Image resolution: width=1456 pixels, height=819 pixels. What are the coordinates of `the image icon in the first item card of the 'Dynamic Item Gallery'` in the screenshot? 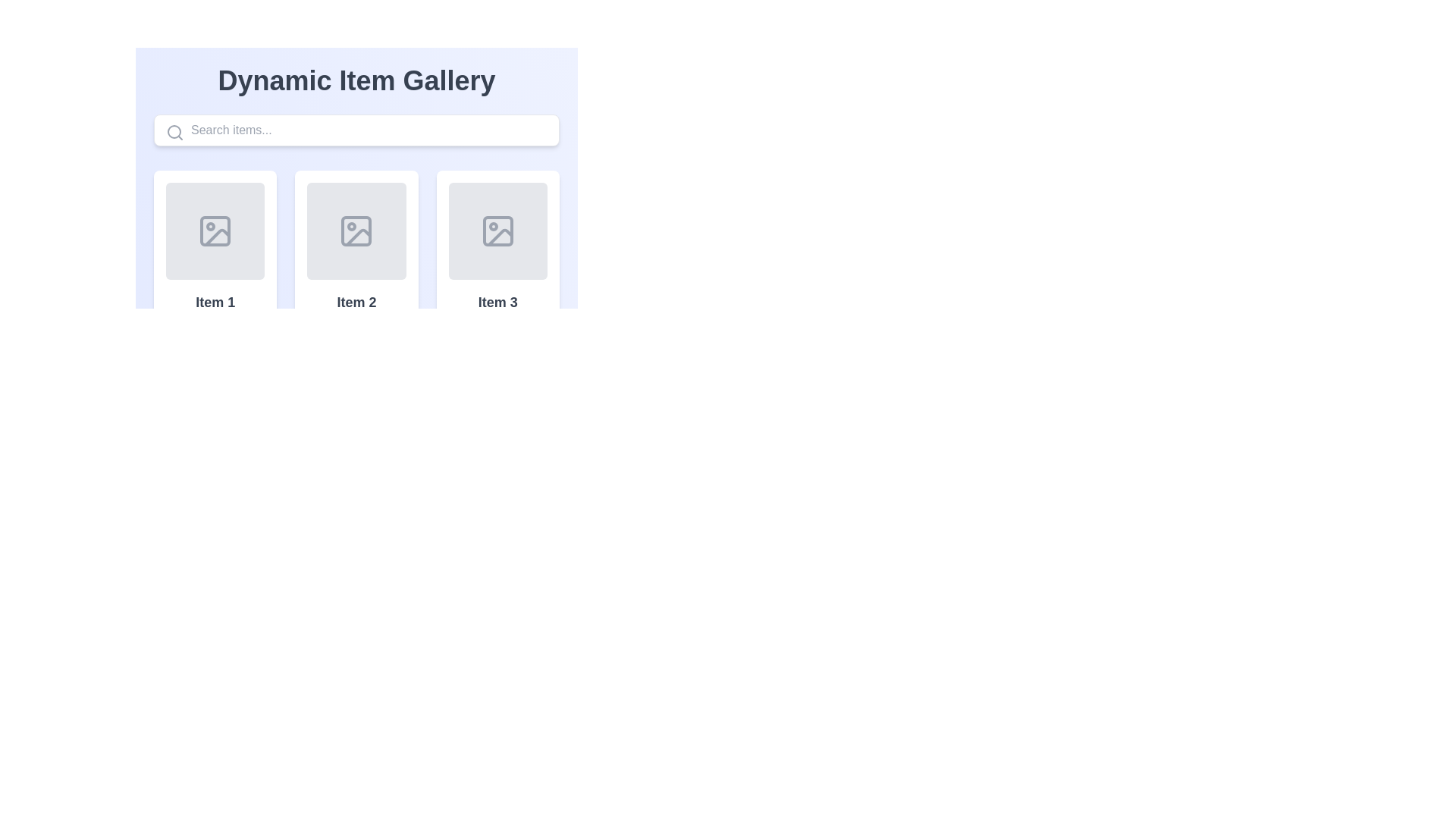 It's located at (215, 231).